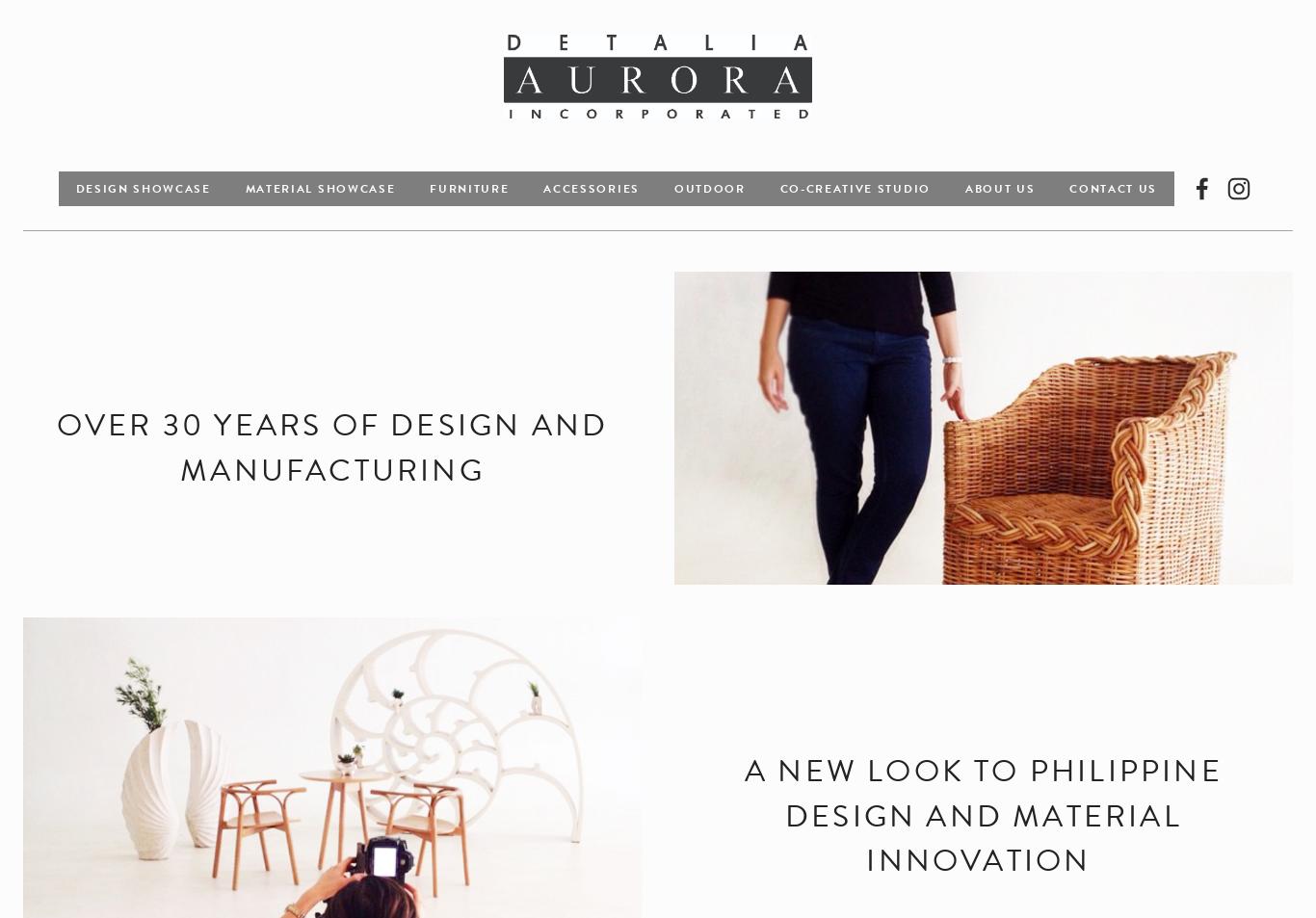  What do you see at coordinates (987, 815) in the screenshot?
I see `'A NEW LOOK TO PHILIPPINE DESIGN AND MATERIAL INNOVATION'` at bounding box center [987, 815].